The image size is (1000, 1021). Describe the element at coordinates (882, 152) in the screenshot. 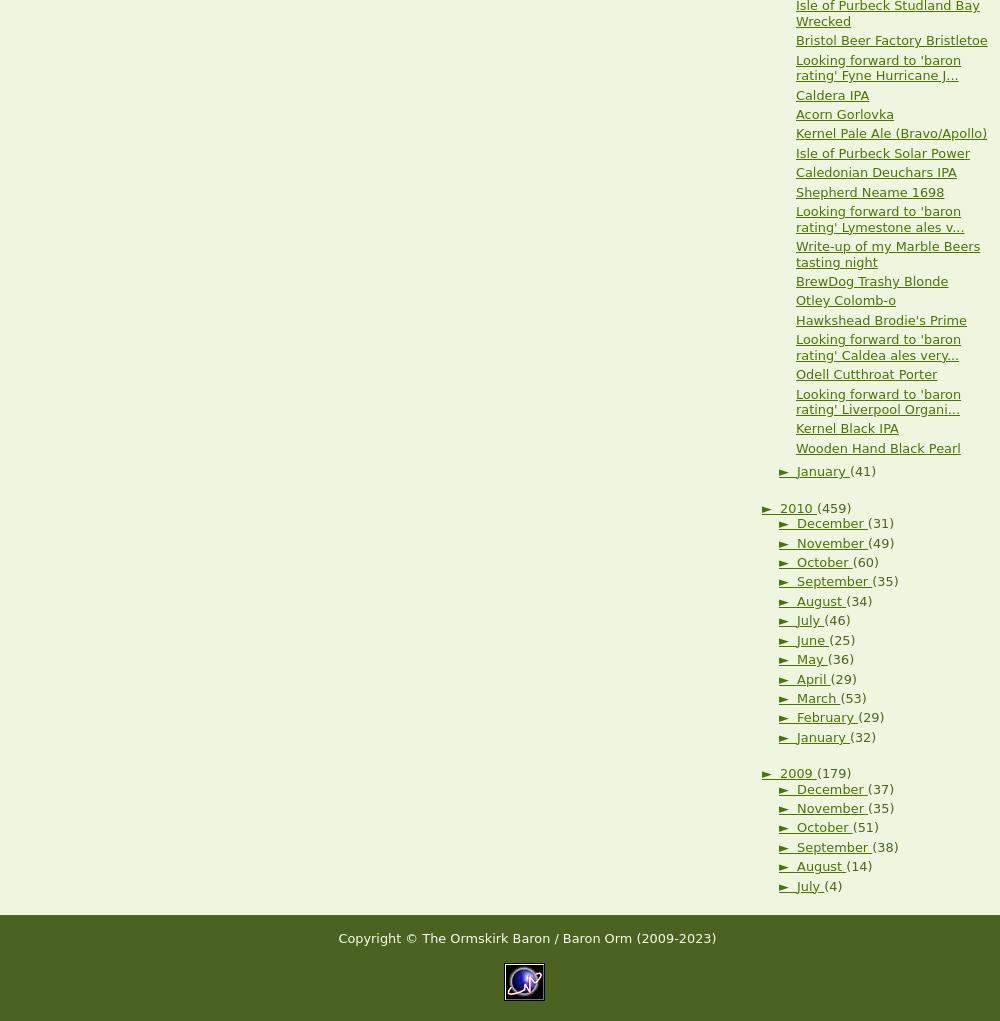

I see `'Isle of Purbeck Solar Power'` at that location.